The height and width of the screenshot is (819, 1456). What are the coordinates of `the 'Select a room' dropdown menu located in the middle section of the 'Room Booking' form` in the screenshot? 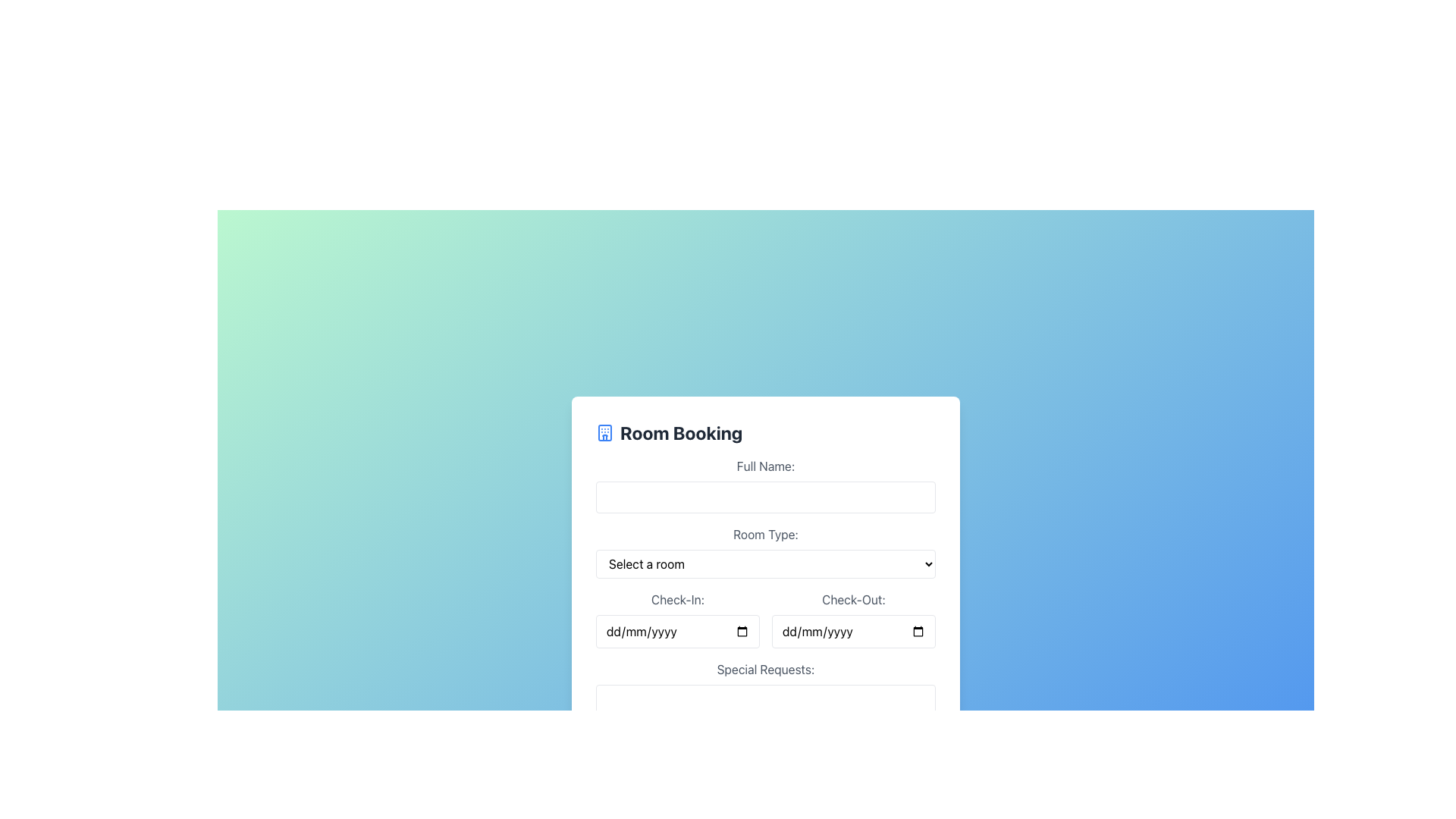 It's located at (765, 564).